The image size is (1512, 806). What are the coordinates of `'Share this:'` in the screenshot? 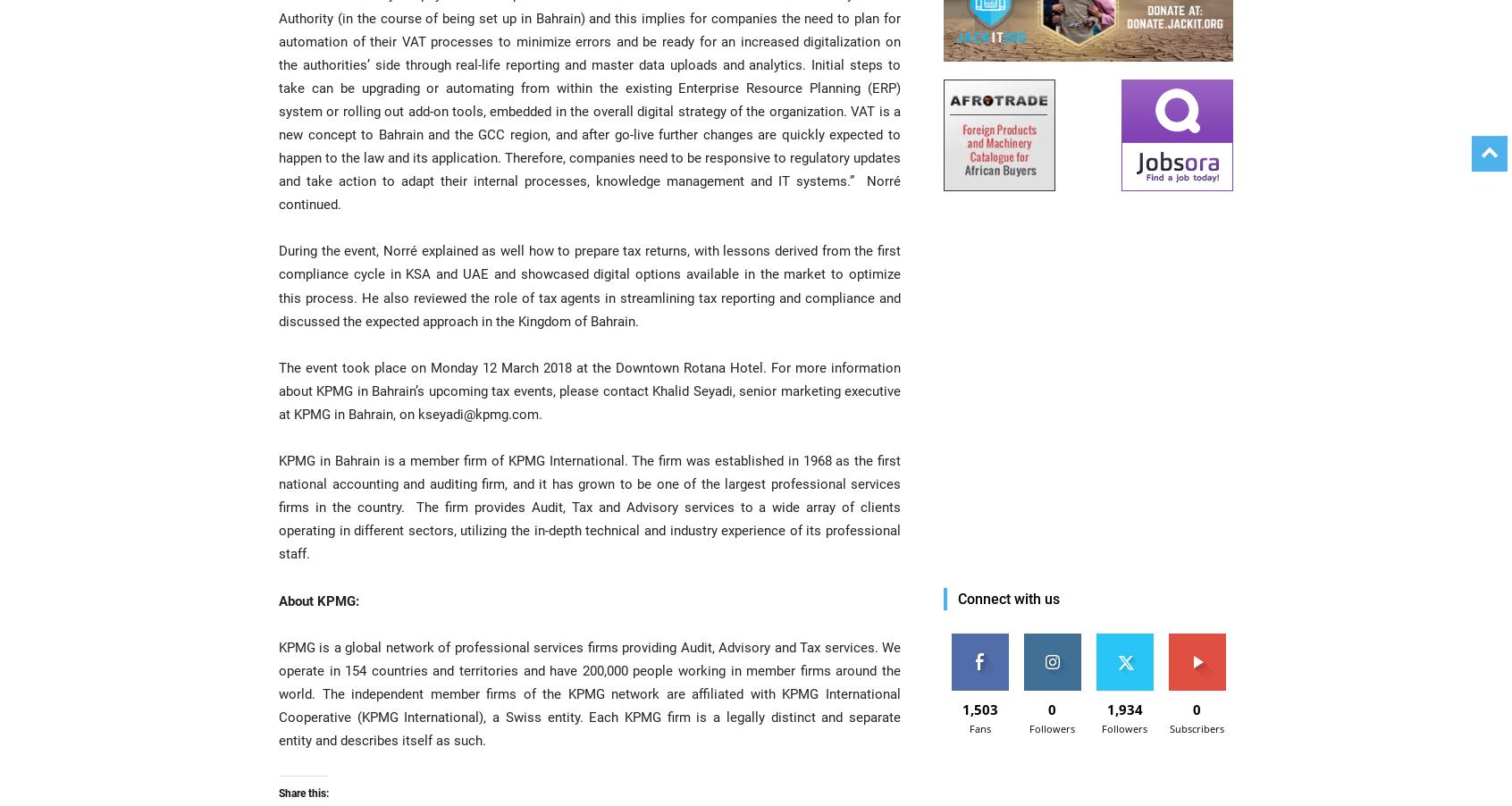 It's located at (278, 793).